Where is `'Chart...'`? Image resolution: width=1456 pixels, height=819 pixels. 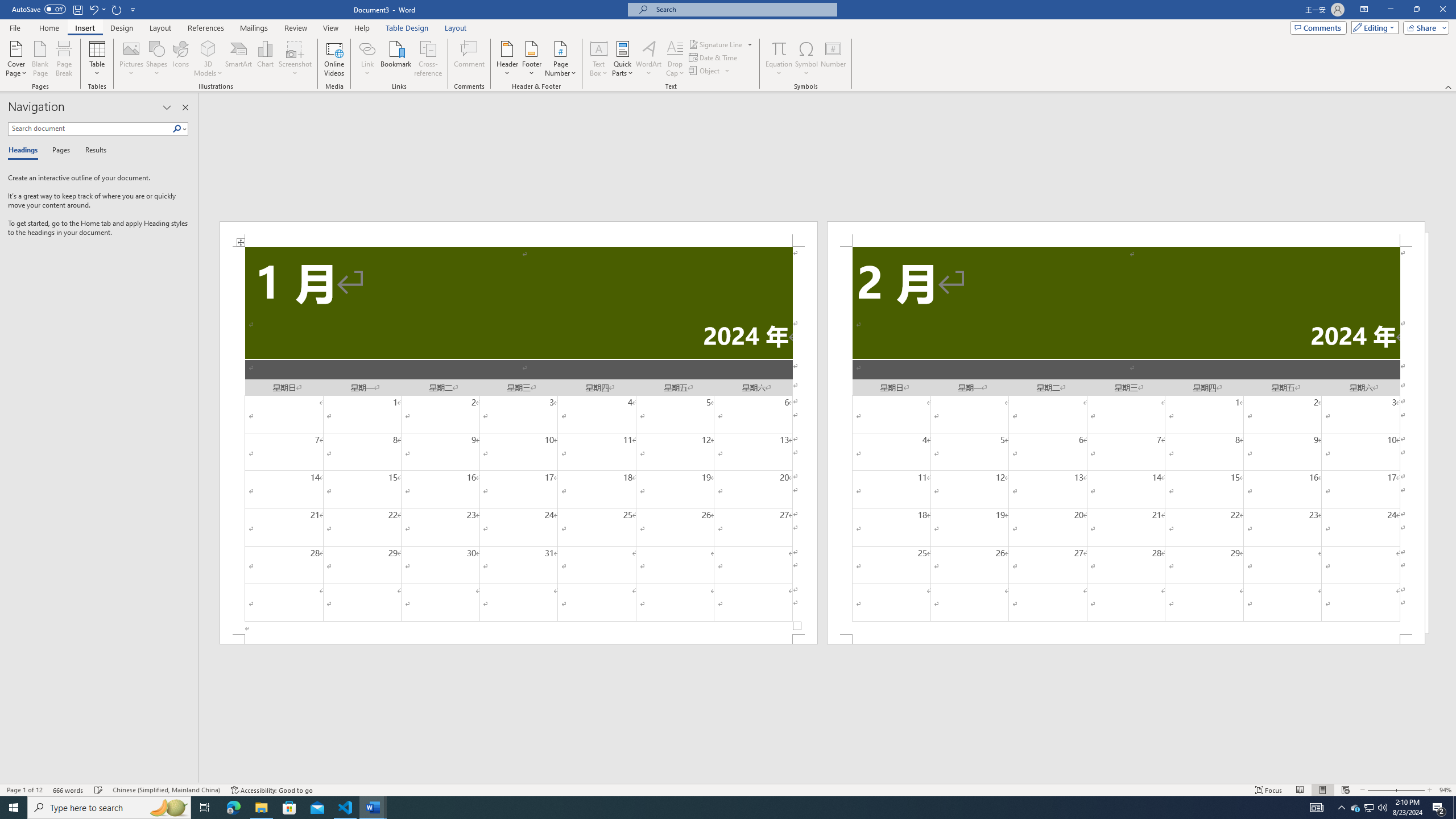 'Chart...' is located at coordinates (265, 59).